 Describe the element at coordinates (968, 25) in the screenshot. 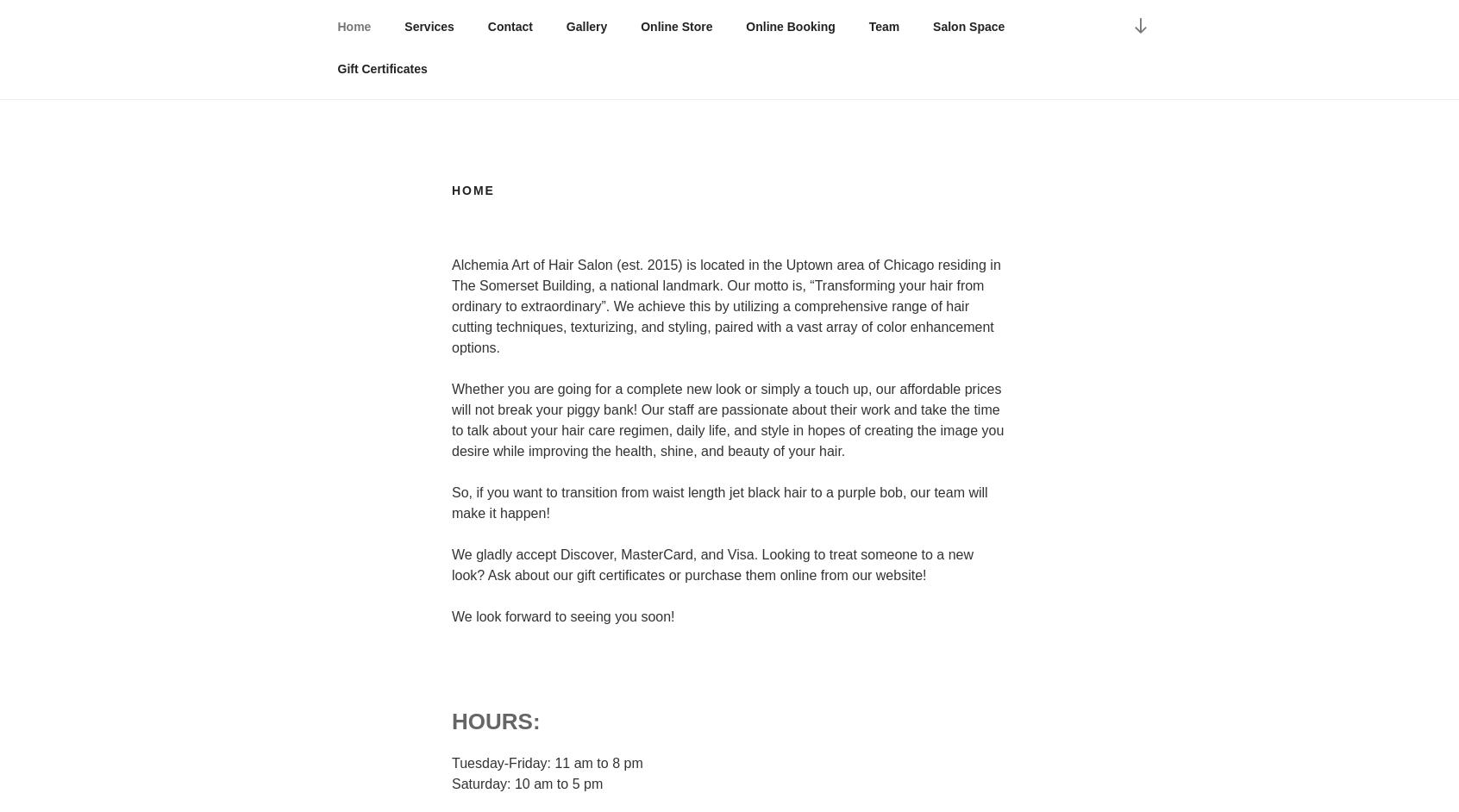

I see `'Salon Space'` at that location.